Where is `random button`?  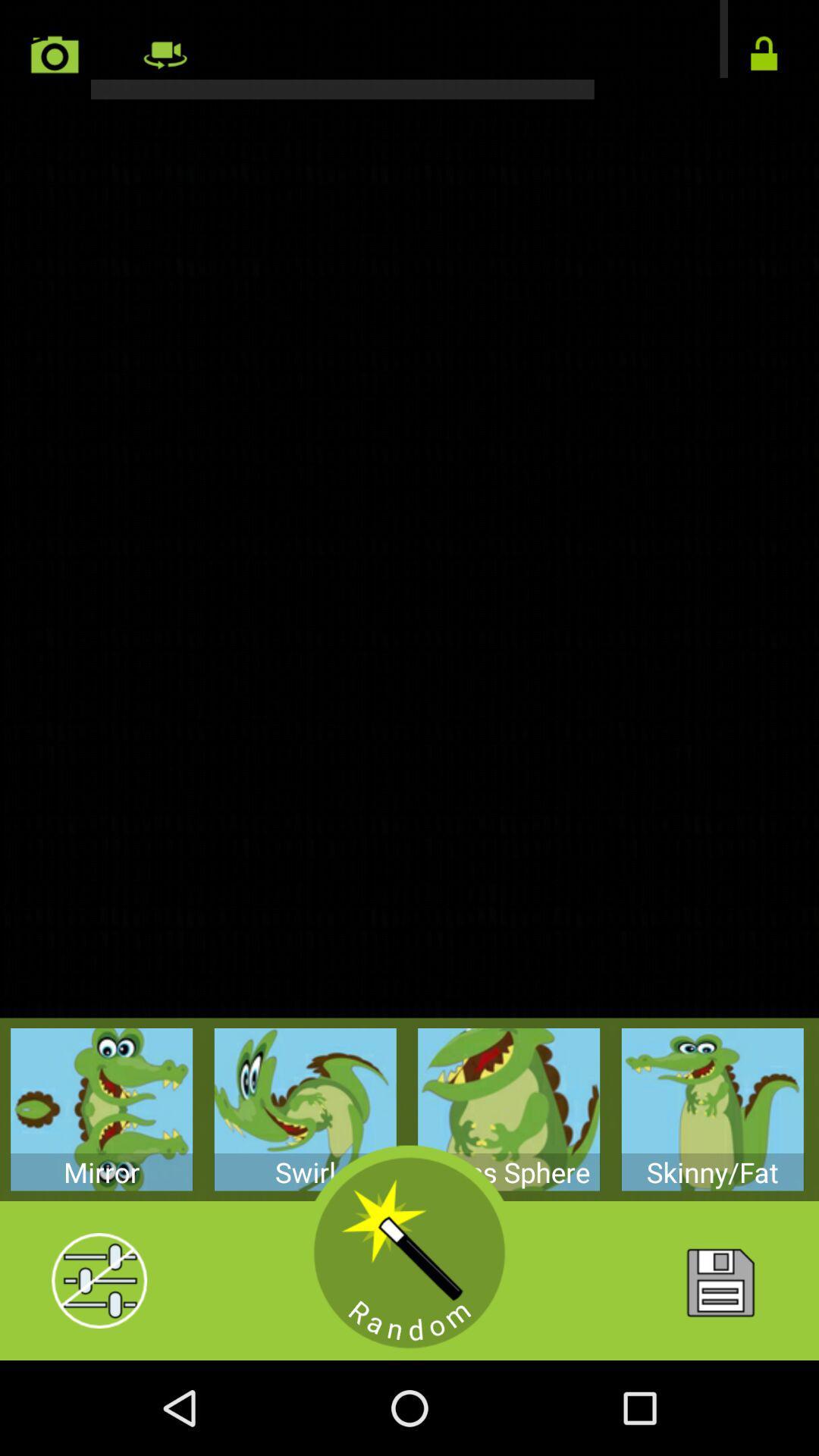 random button is located at coordinates (409, 1253).